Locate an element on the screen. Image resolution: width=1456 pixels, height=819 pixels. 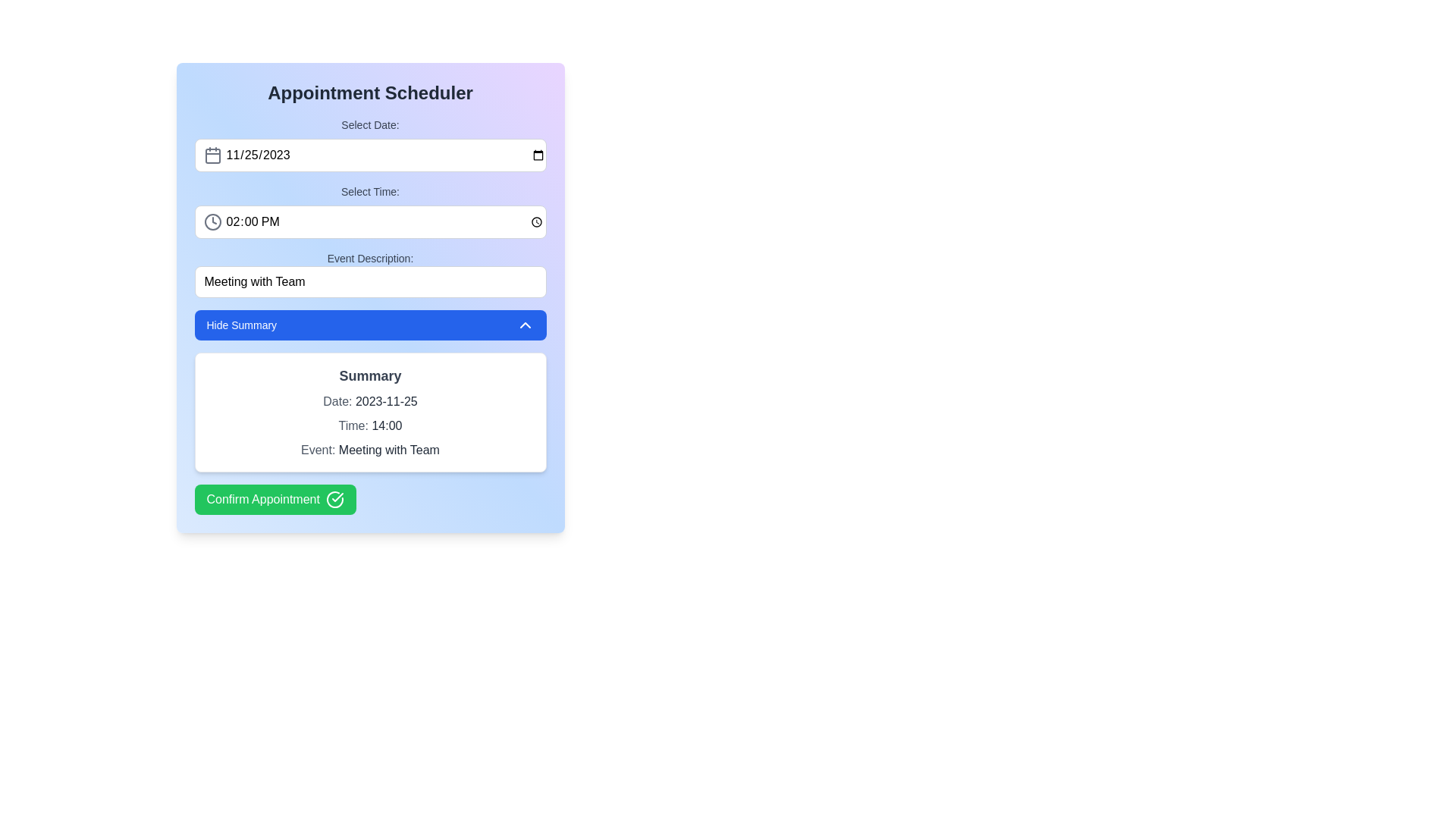
the informational Text label that displays the time of a scheduled event, located within the summary box, following the date text and preceding the event text is located at coordinates (370, 426).